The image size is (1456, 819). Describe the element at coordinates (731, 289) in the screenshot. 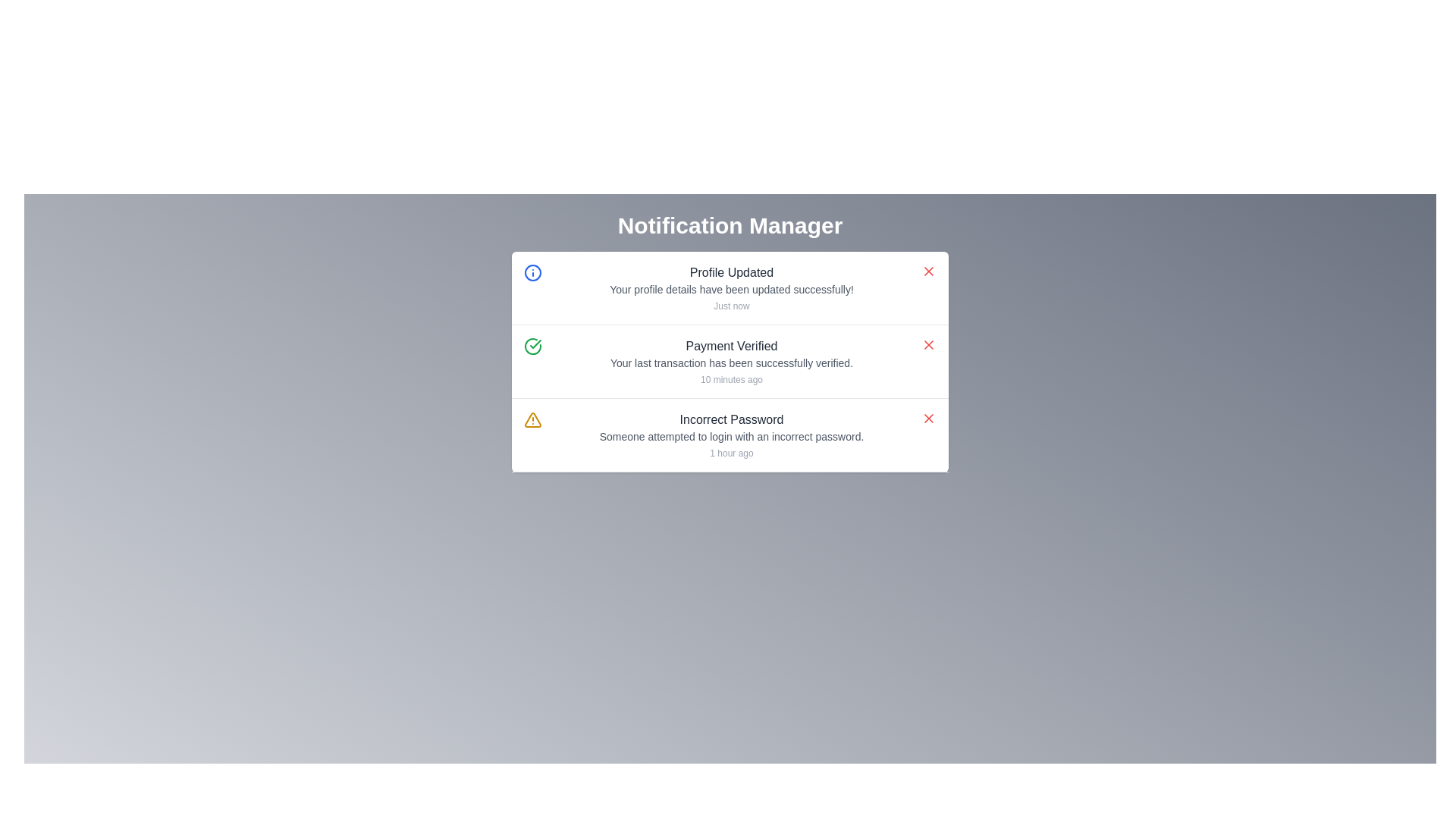

I see `the text element that indicates the successful update of the user's profile, located centrally below the 'Profile Updated' header and above the timestamp 'Just now' in the notification manager interface` at that location.